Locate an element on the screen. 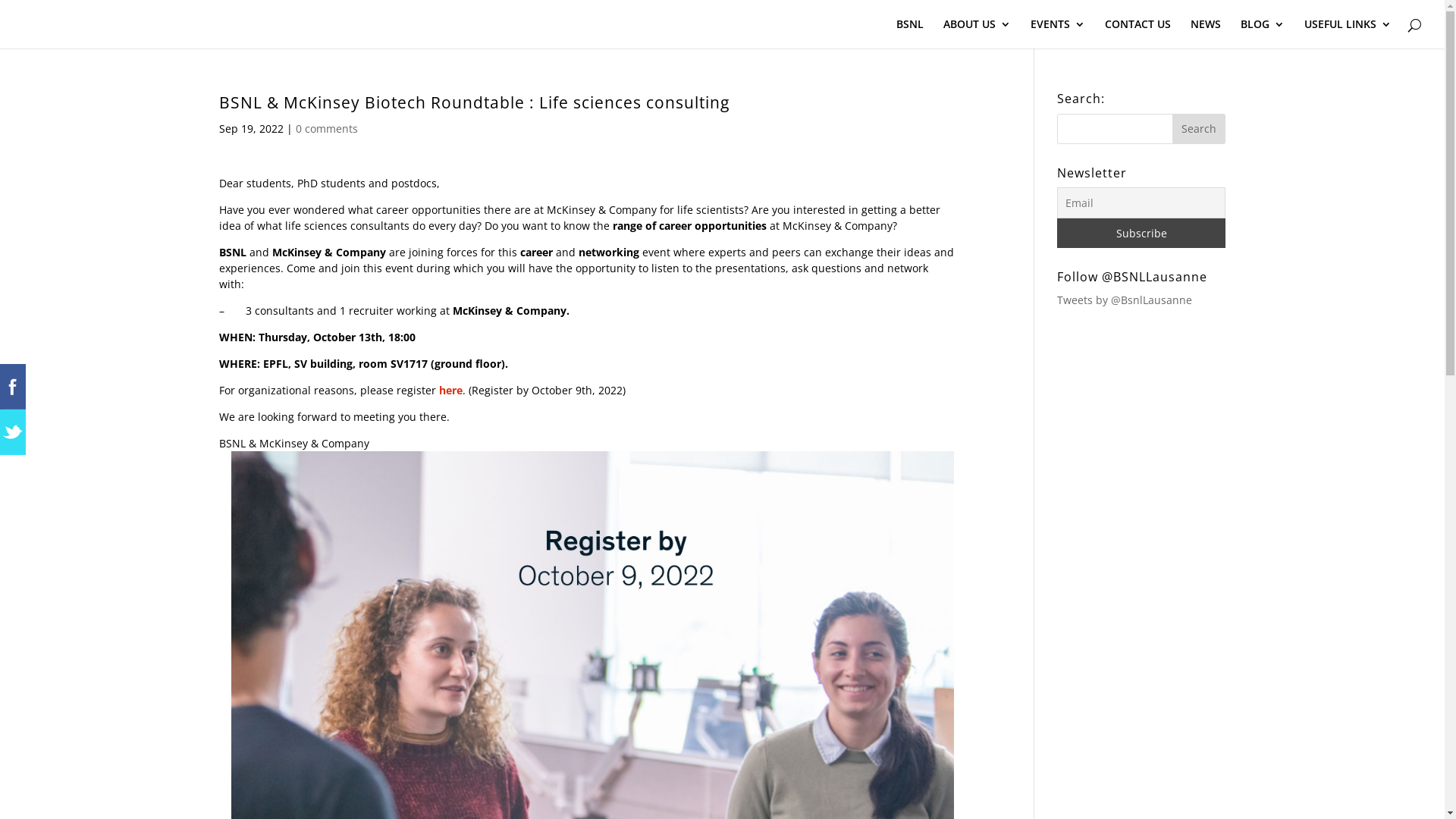 The width and height of the screenshot is (1456, 819). 'Search' is located at coordinates (1197, 127).